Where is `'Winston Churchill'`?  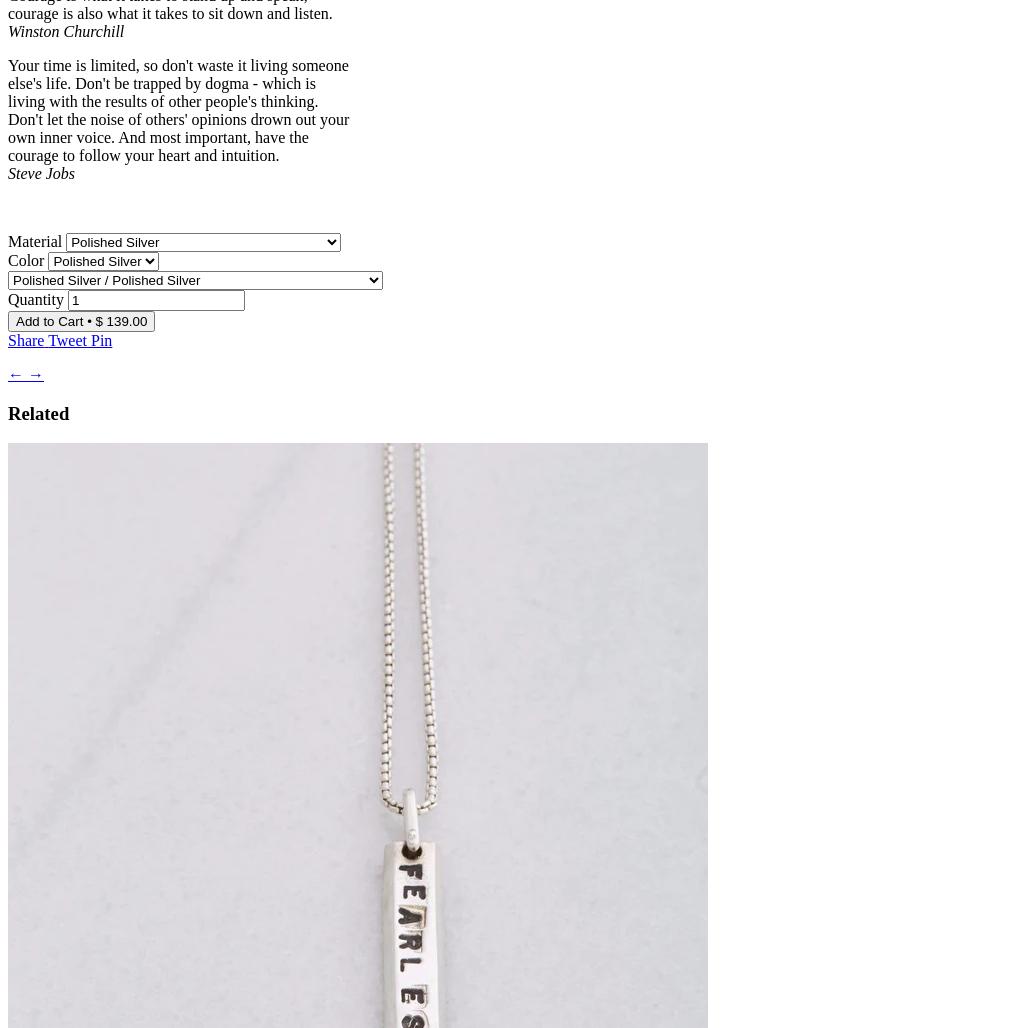 'Winston Churchill' is located at coordinates (66, 30).